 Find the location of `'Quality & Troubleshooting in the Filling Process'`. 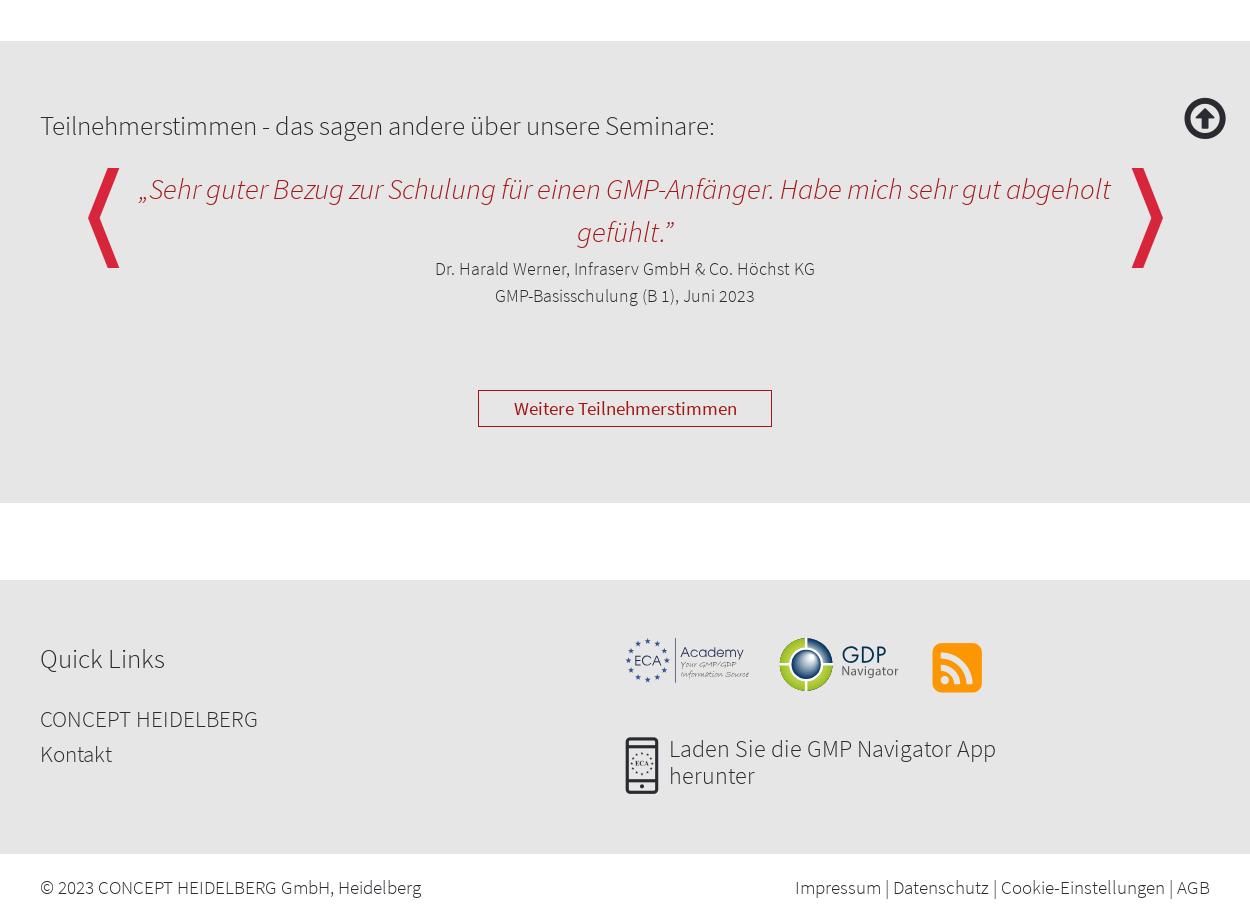

'Quality & Troubleshooting in the Filling Process' is located at coordinates (238, 387).